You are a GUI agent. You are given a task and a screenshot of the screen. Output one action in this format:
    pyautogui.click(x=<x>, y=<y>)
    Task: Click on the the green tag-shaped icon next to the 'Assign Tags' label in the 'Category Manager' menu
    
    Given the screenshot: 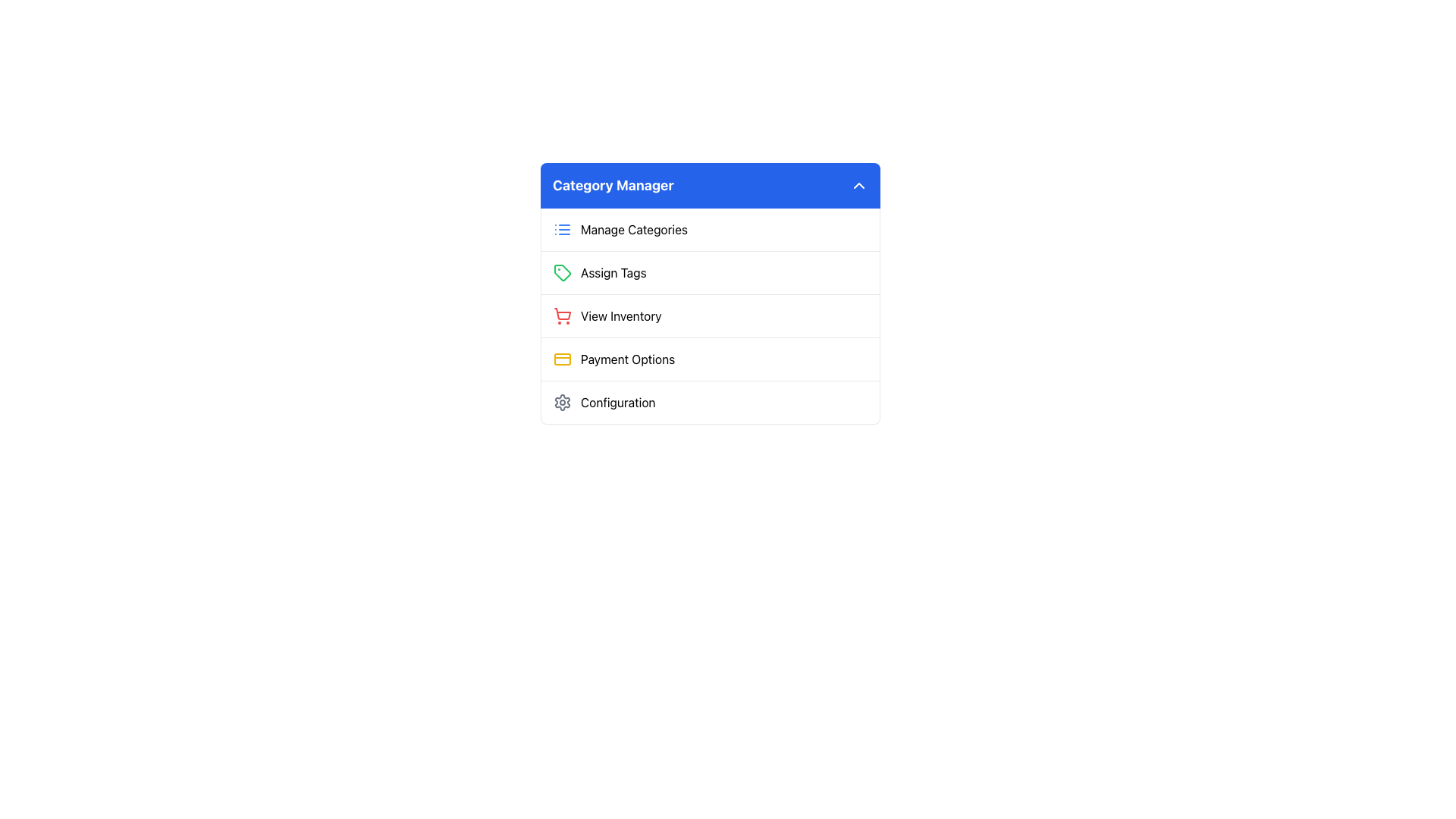 What is the action you would take?
    pyautogui.click(x=562, y=271)
    